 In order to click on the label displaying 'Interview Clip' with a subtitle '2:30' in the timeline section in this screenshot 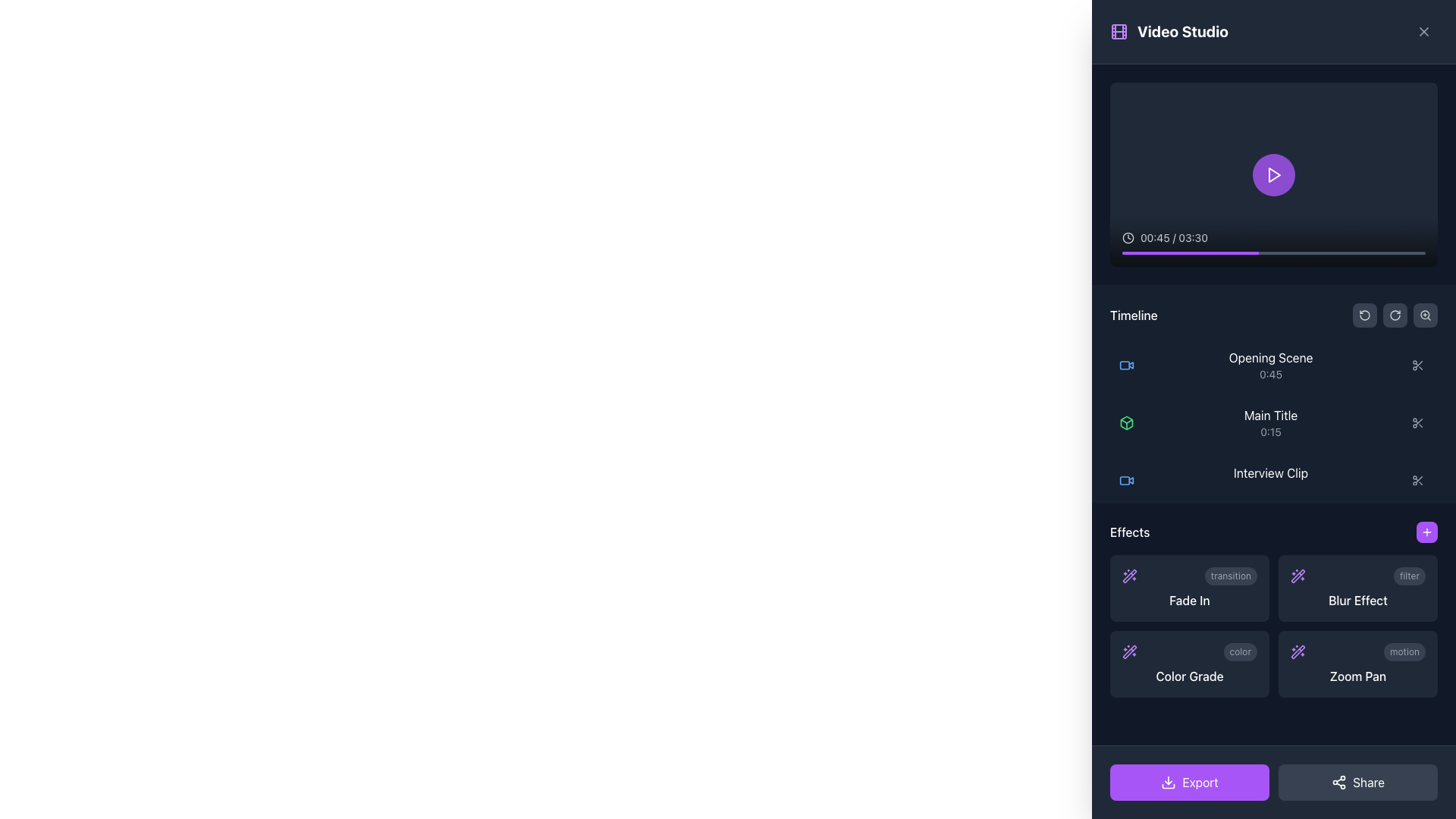, I will do `click(1270, 480)`.